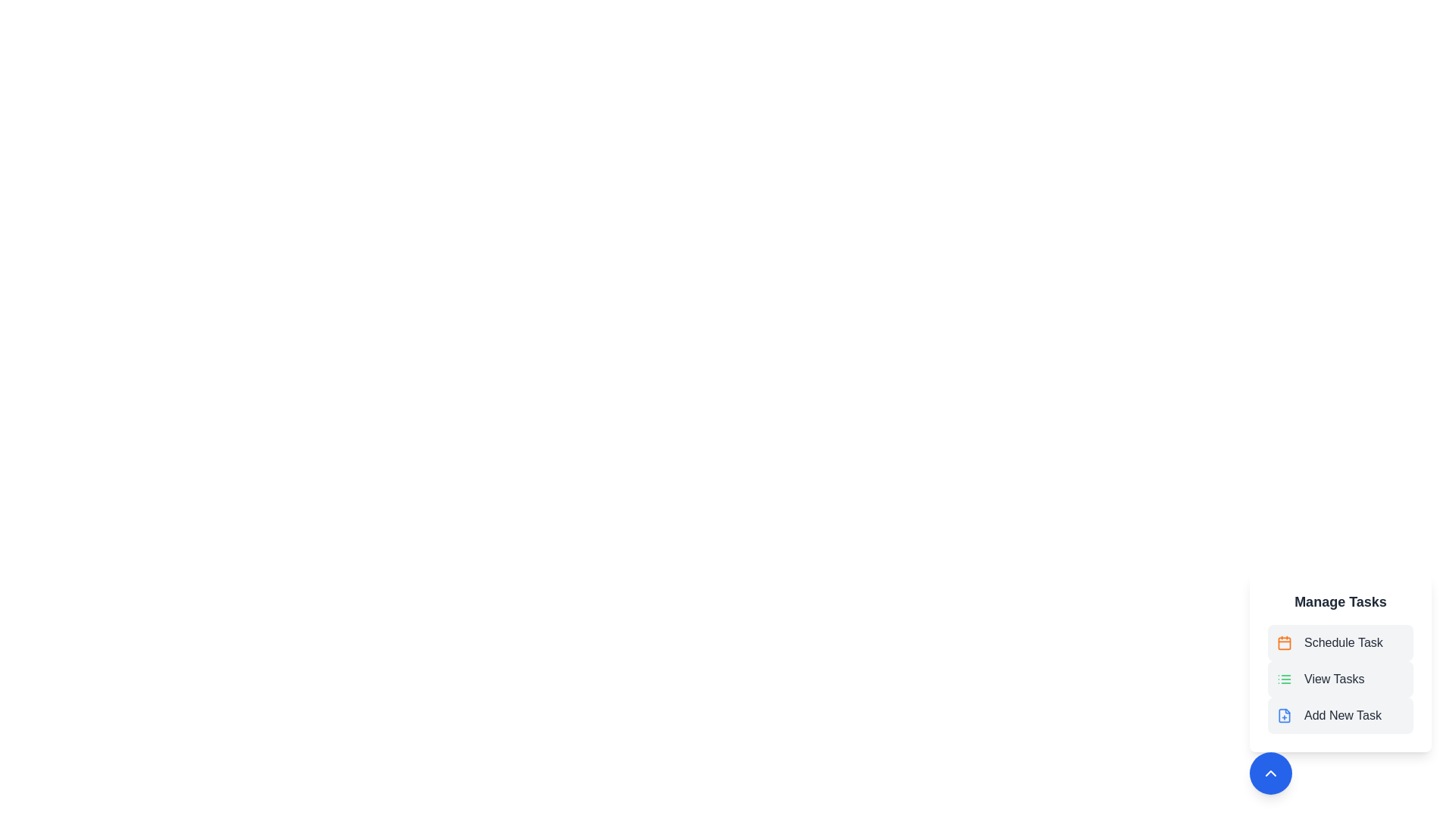 This screenshot has width=1456, height=819. What do you see at coordinates (1340, 678) in the screenshot?
I see `the 'View Tasks' button` at bounding box center [1340, 678].